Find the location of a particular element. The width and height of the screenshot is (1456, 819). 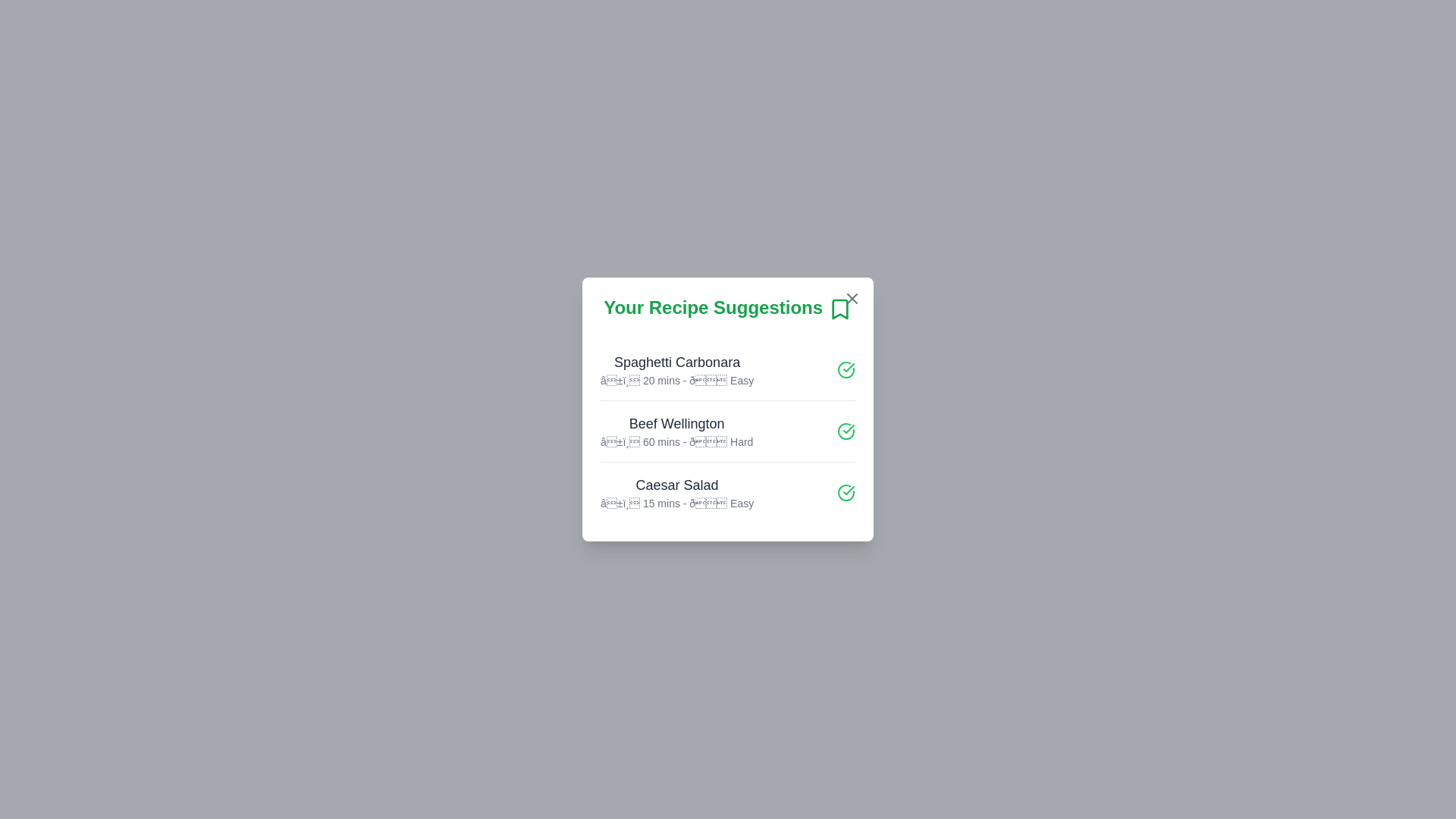

the check icon for the recipe Spaghetti Carbonara is located at coordinates (846, 369).